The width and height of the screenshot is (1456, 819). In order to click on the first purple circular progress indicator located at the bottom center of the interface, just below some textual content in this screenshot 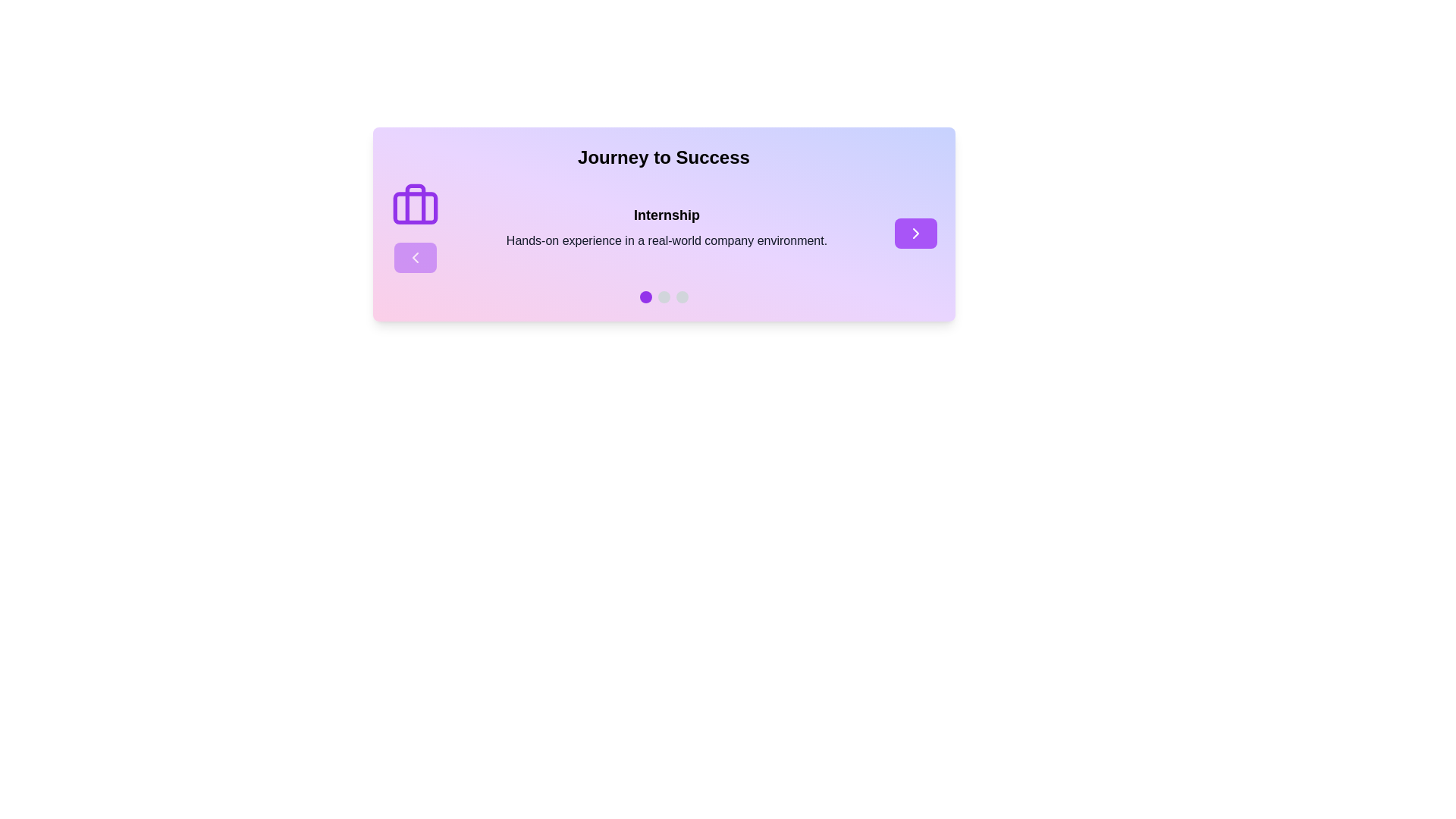, I will do `click(645, 297)`.